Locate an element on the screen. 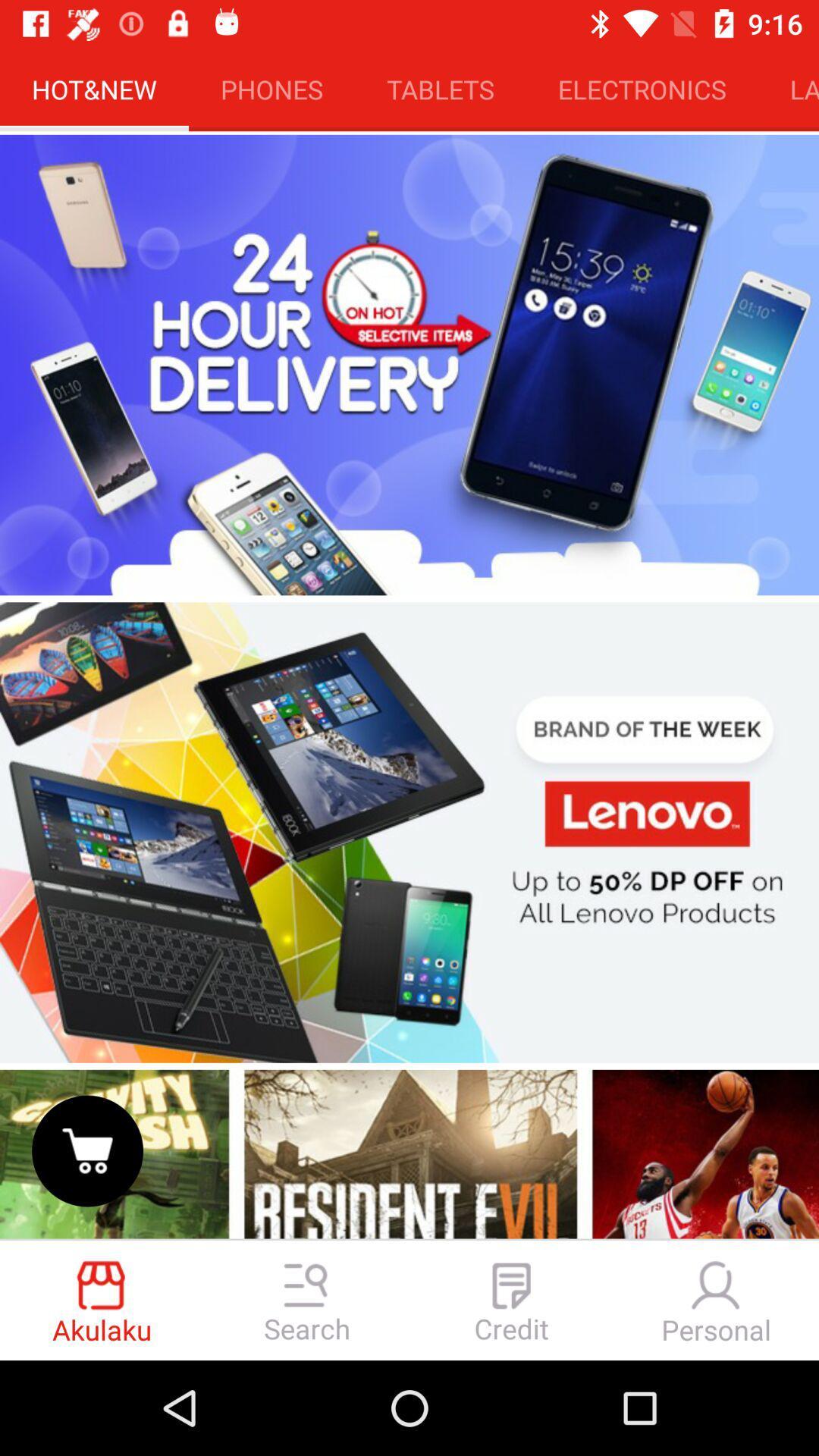  shows pictures is located at coordinates (409, 1152).